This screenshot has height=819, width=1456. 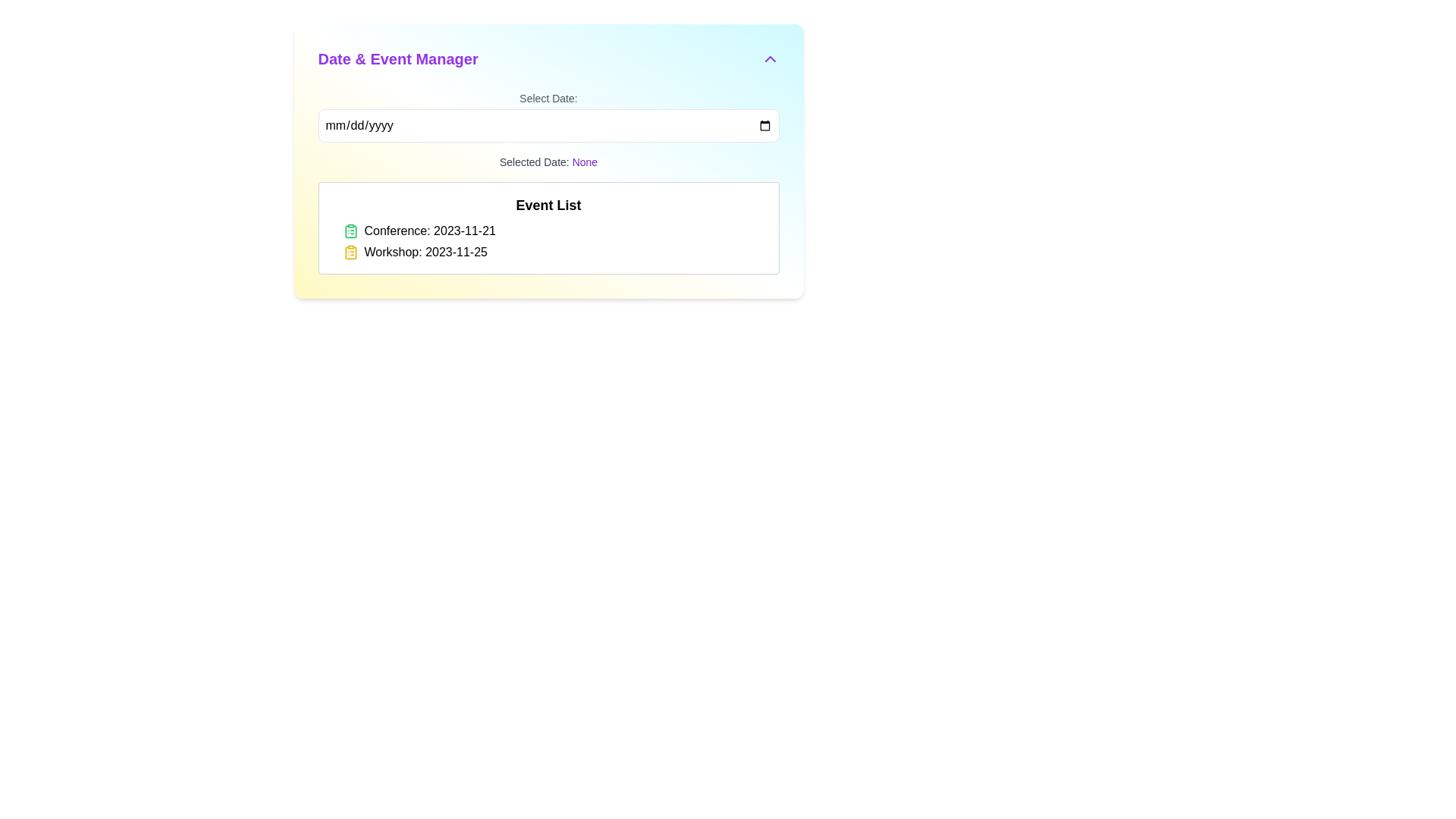 What do you see at coordinates (548, 205) in the screenshot?
I see `the heading label for the list of events, which is located within the white rectangular box at the top portion, centered above the bulleted list of events` at bounding box center [548, 205].